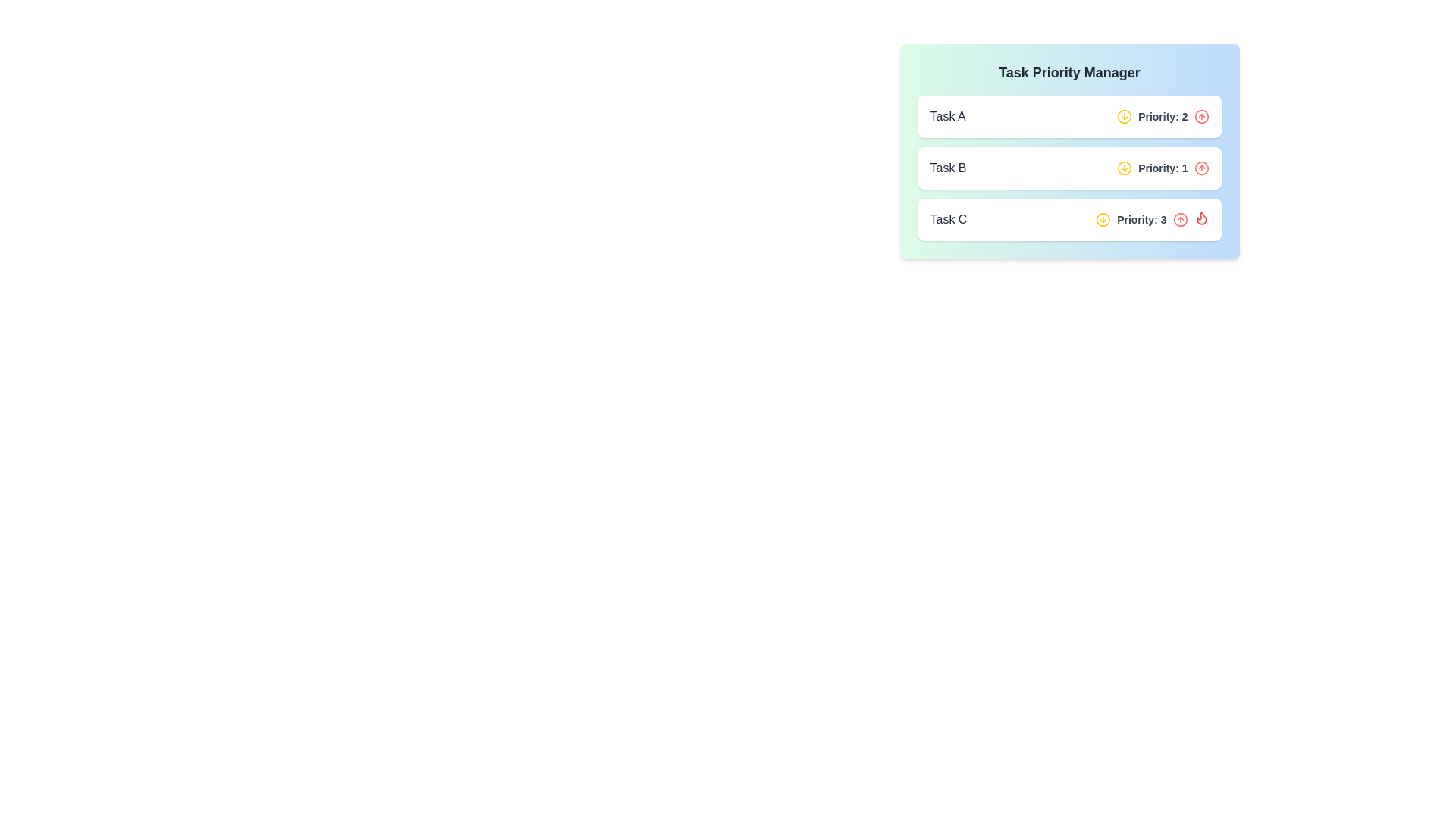 This screenshot has width=1456, height=819. Describe the element at coordinates (1125, 116) in the screenshot. I see `the first icon button in the 'Task Priority Manager' section, to the left of 'Priority: 2'` at that location.